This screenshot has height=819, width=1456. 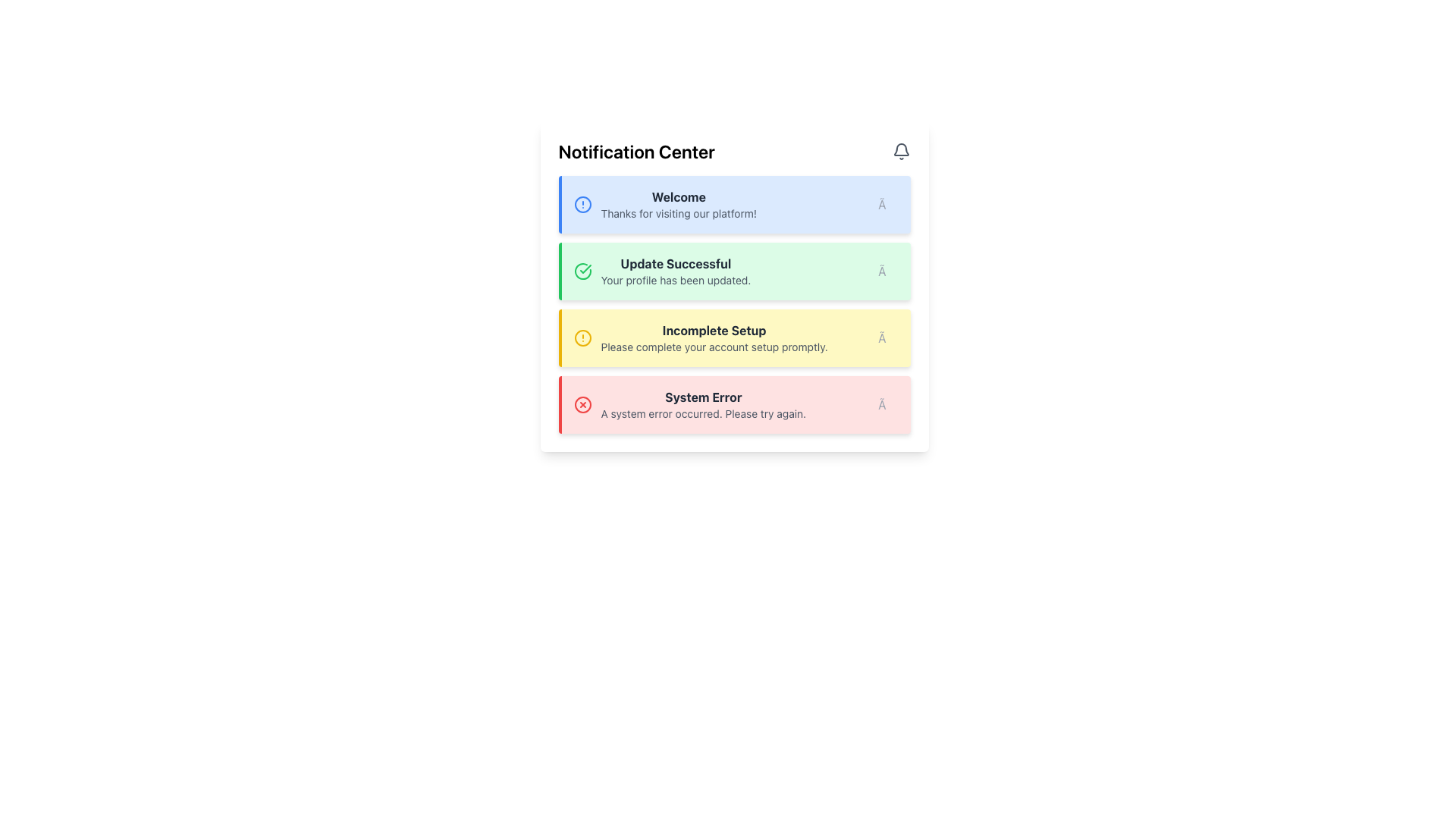 What do you see at coordinates (585, 268) in the screenshot?
I see `the green checkmark icon within the 'Update Successful' notification box, which is the second notification in the 'Notification Center'` at bounding box center [585, 268].